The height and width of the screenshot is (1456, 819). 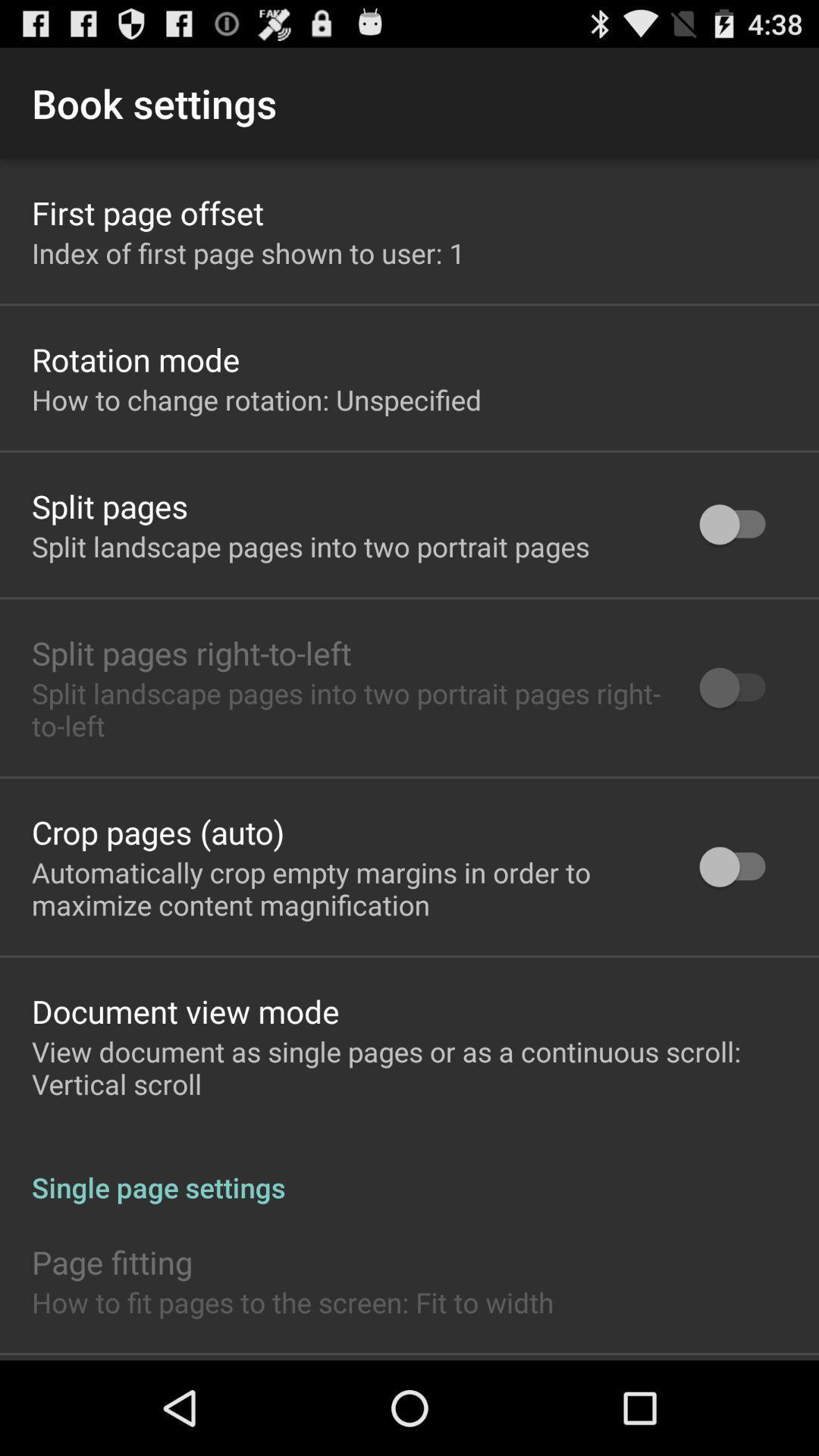 What do you see at coordinates (346, 888) in the screenshot?
I see `automatically crop empty item` at bounding box center [346, 888].